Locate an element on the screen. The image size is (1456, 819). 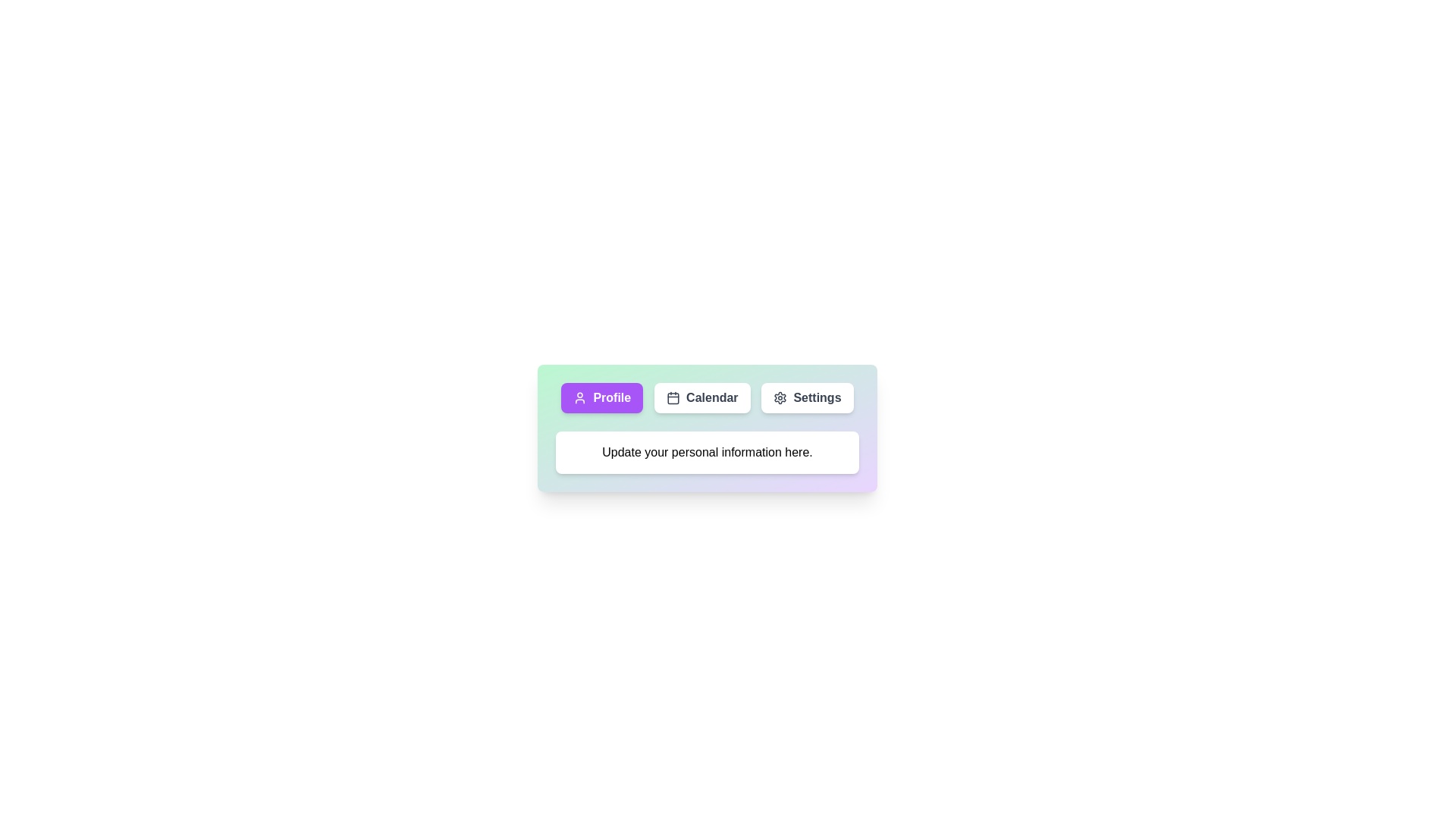
the 'Settings' button, which is the third button in a row of buttons with a white background and gray text, featuring a gear icon on the left is located at coordinates (806, 397).